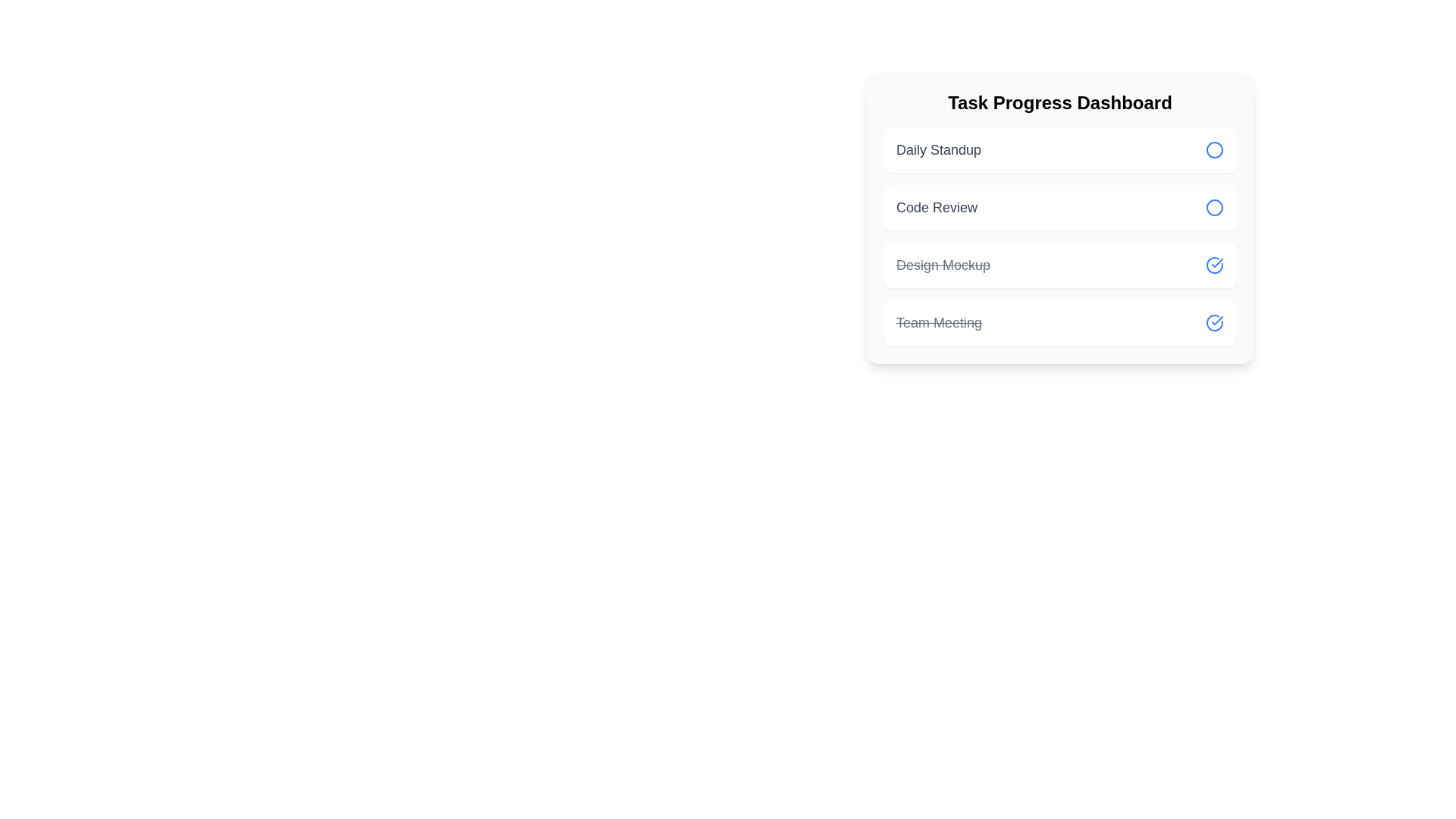 The image size is (1456, 819). I want to click on the interactive circular icon button located in the 'Daily Standup' row of the 'Task Progress Dashboard' to interact with the task, so click(1215, 149).